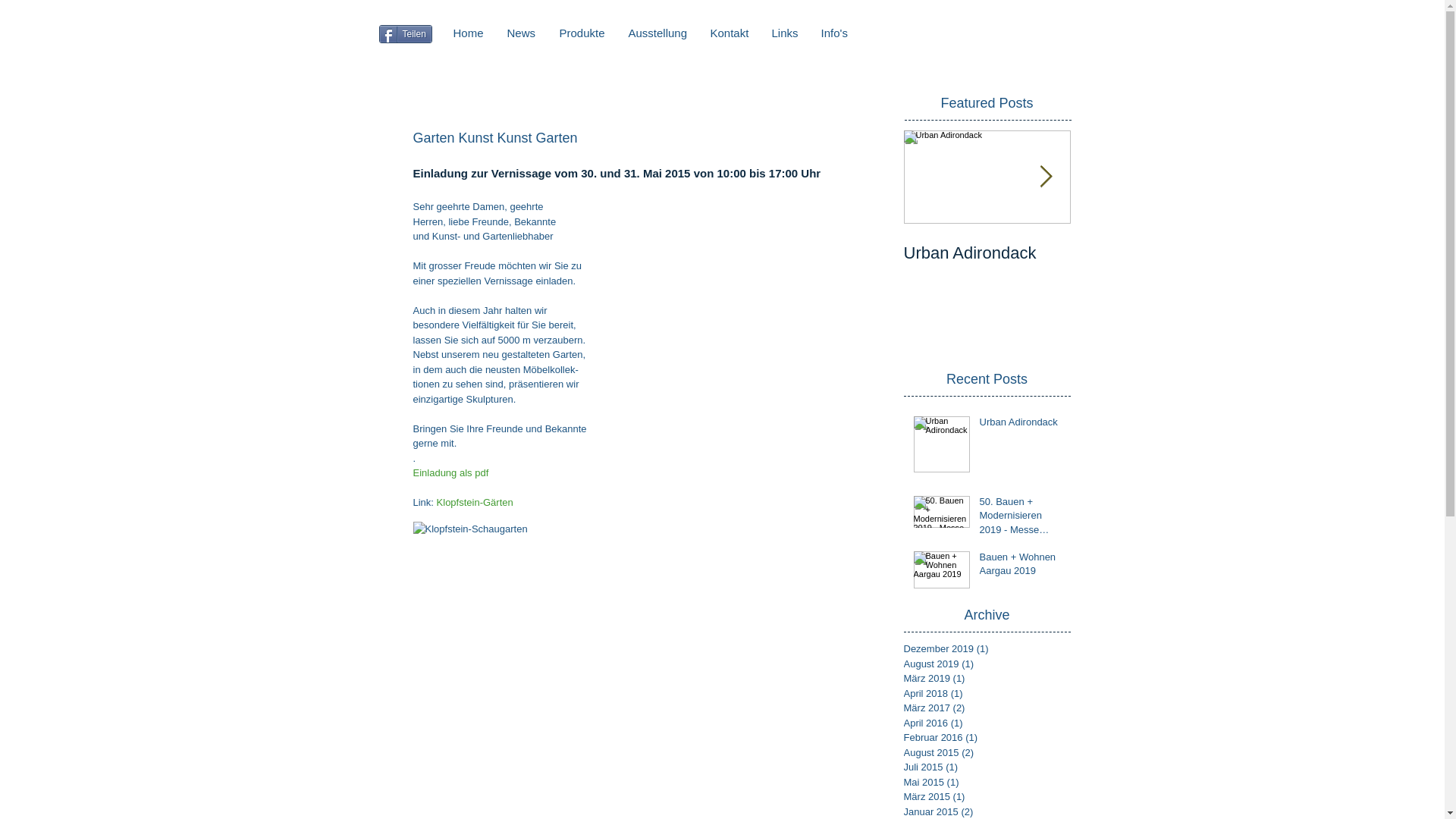 Image resolution: width=1456 pixels, height=819 pixels. Describe the element at coordinates (581, 32) in the screenshot. I see `'Produkte'` at that location.